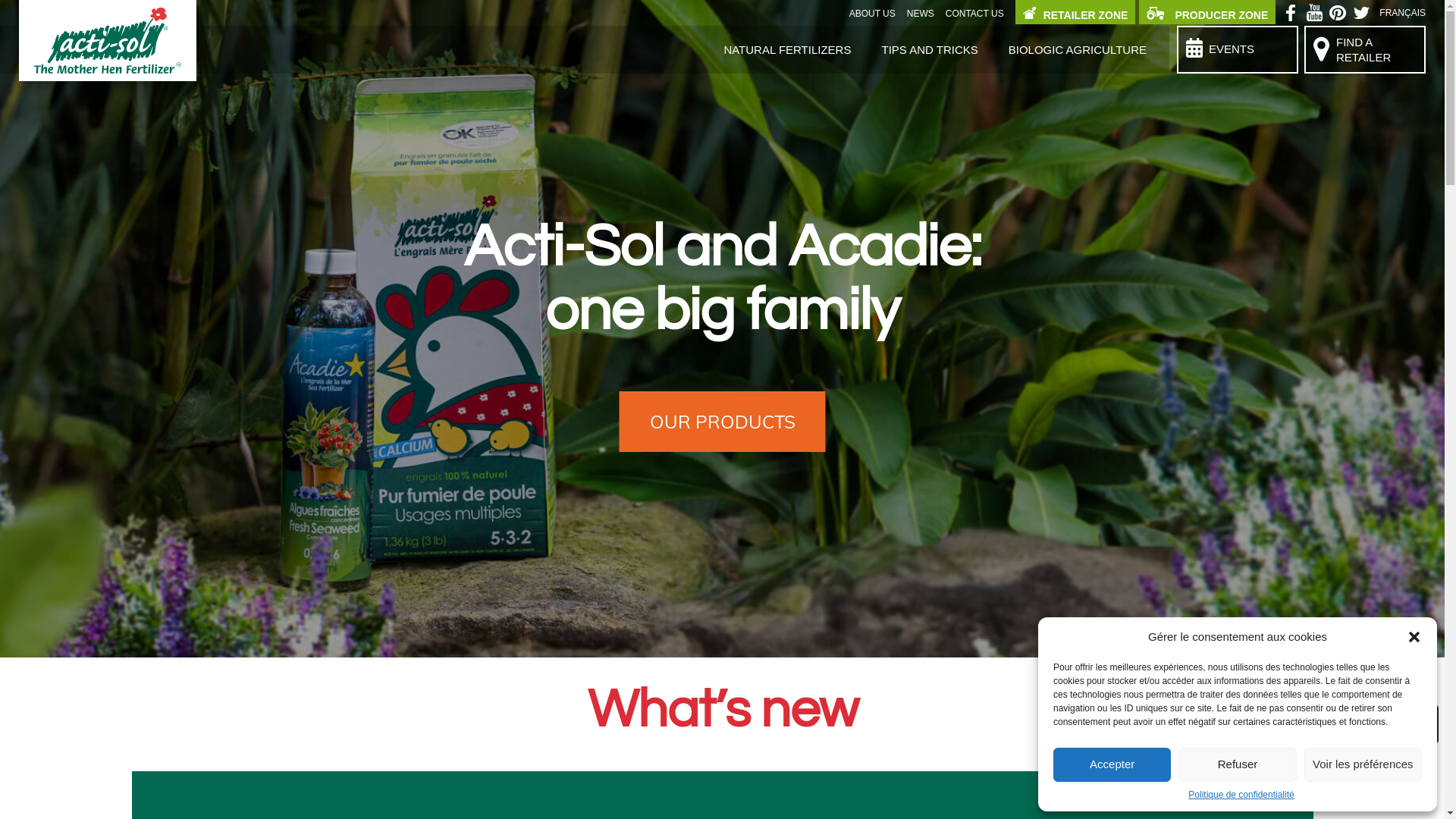  I want to click on 'YOUTUBE @EN', so click(1316, 15).